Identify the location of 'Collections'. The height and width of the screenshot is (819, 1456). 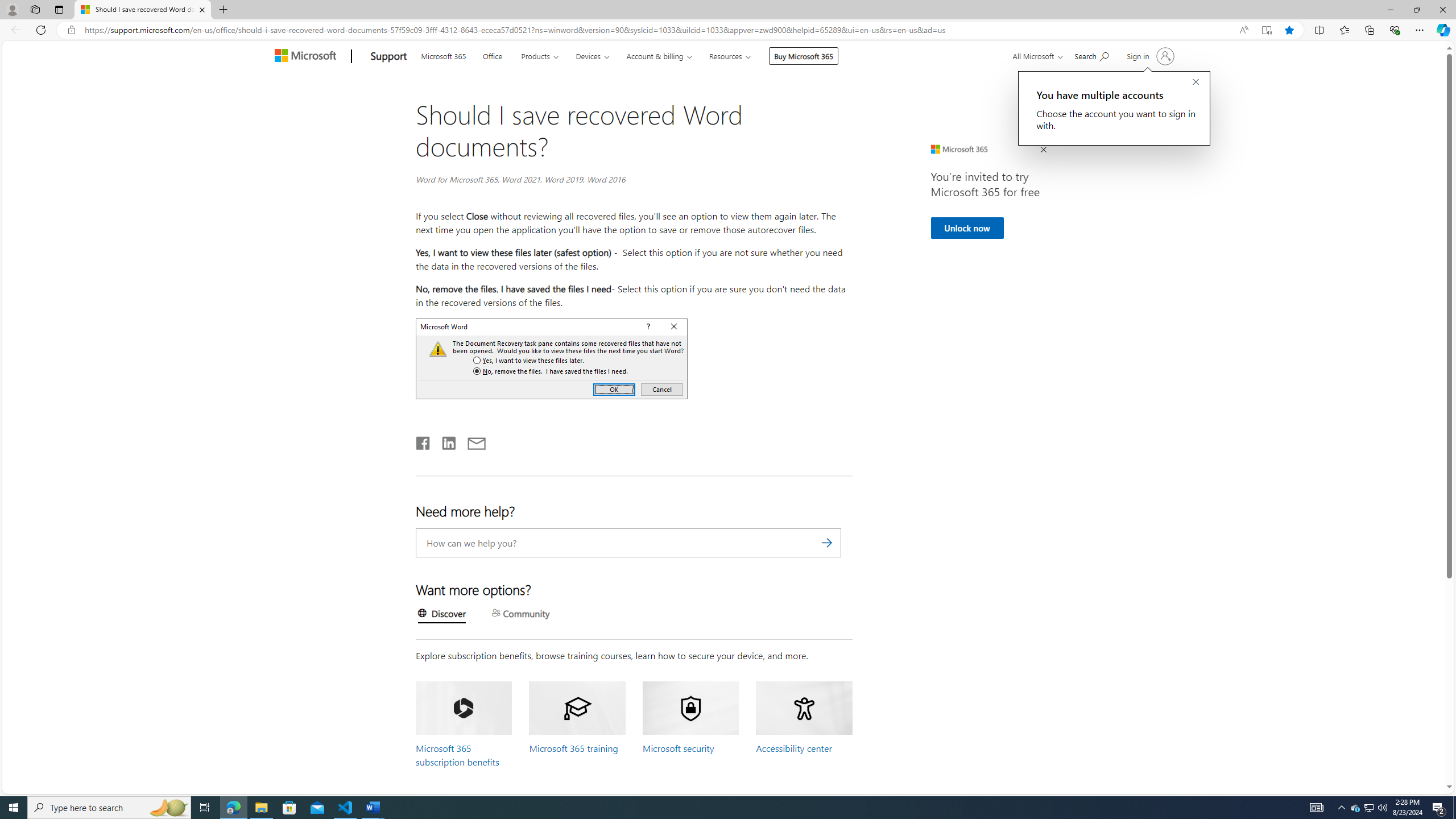
(1368, 29).